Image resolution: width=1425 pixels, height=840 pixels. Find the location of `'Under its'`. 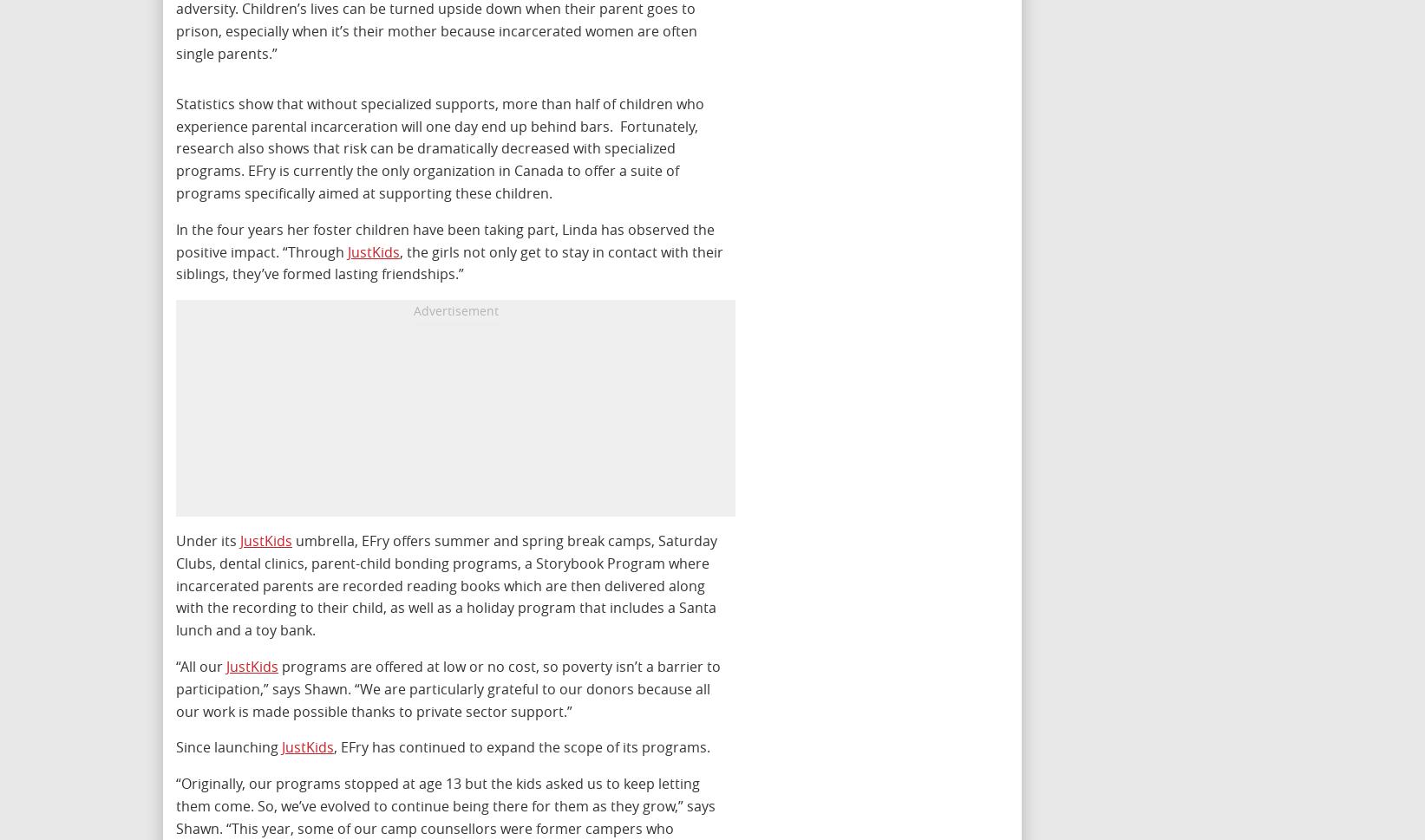

'Under its' is located at coordinates (208, 541).